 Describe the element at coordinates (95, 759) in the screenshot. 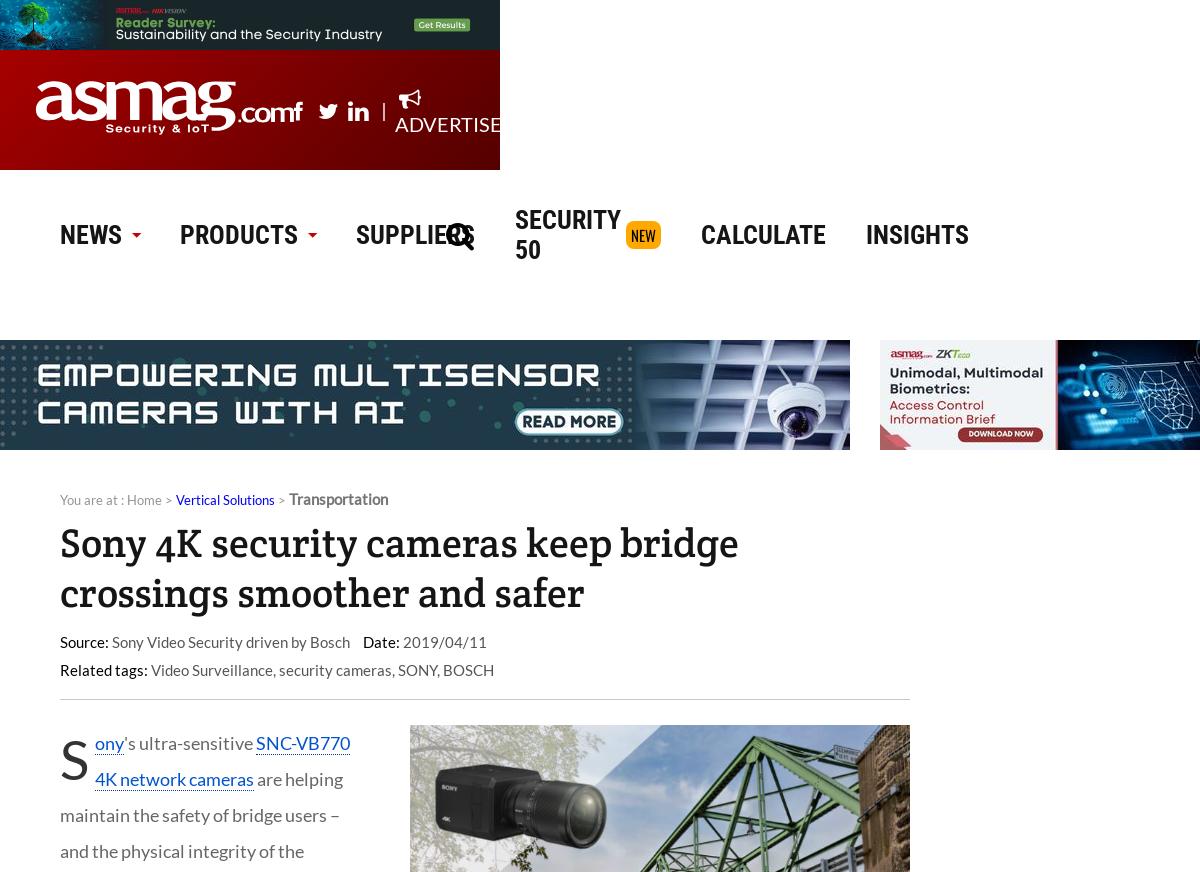

I see `'SNC-VB770 4K network cameras'` at that location.